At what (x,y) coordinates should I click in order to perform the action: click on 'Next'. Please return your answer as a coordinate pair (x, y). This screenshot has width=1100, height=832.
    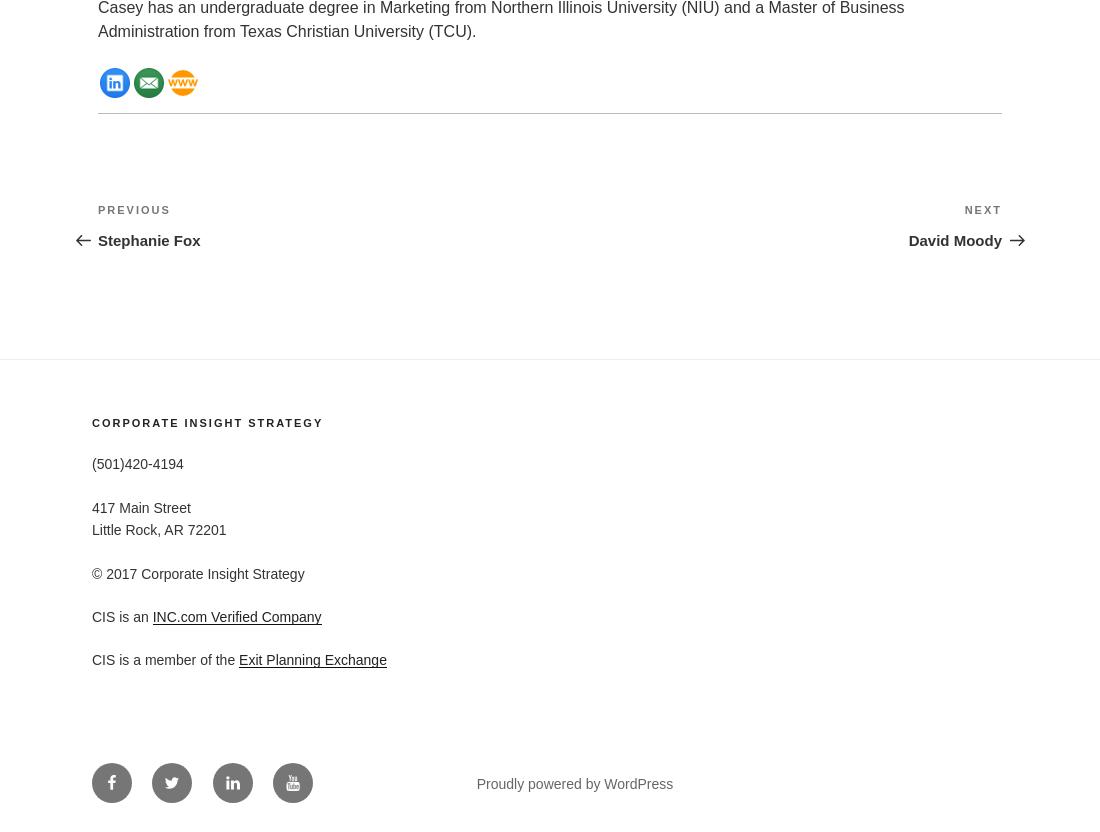
    Looking at the image, I should click on (963, 208).